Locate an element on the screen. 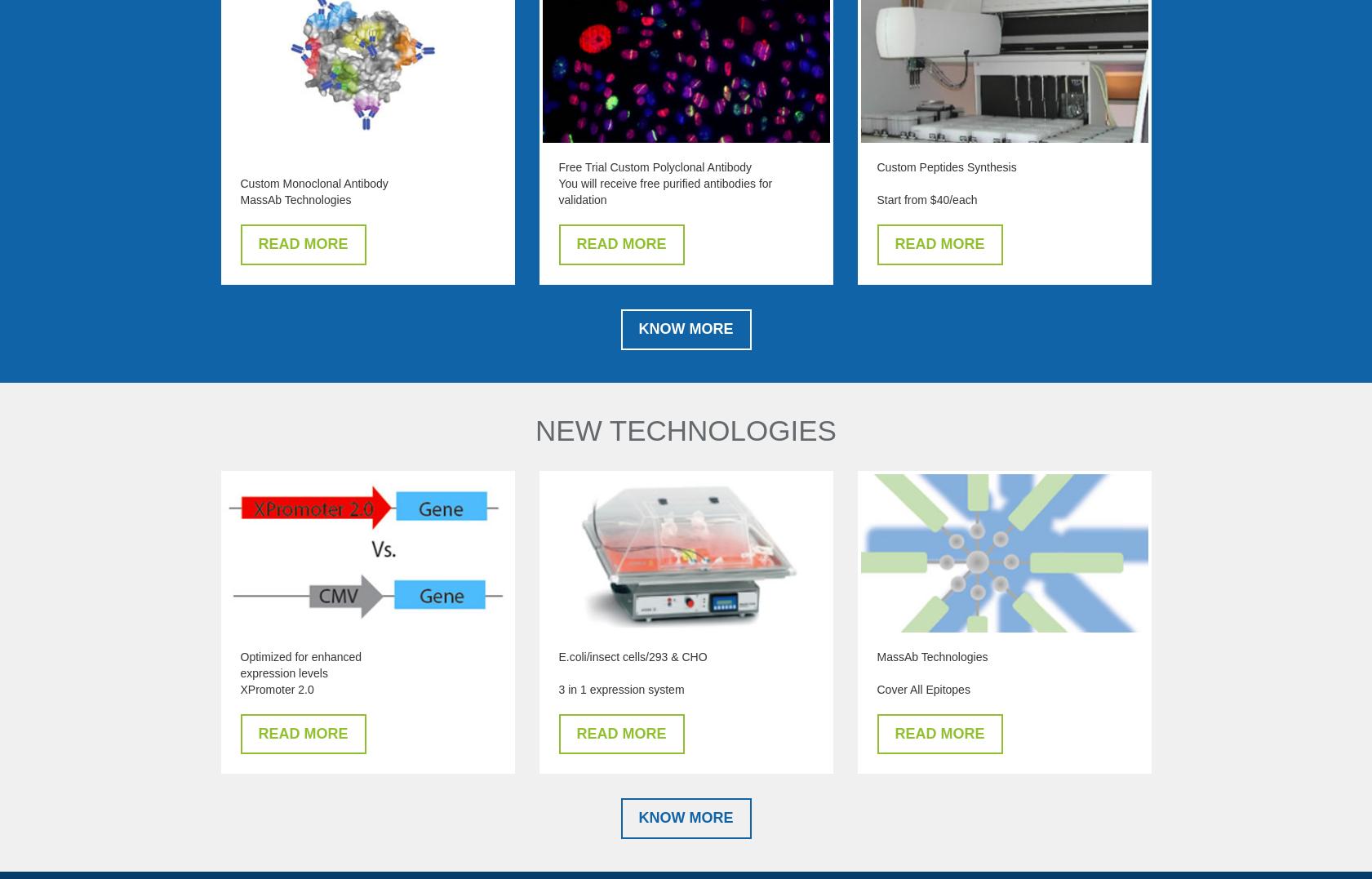  'expression levels' is located at coordinates (282, 673).